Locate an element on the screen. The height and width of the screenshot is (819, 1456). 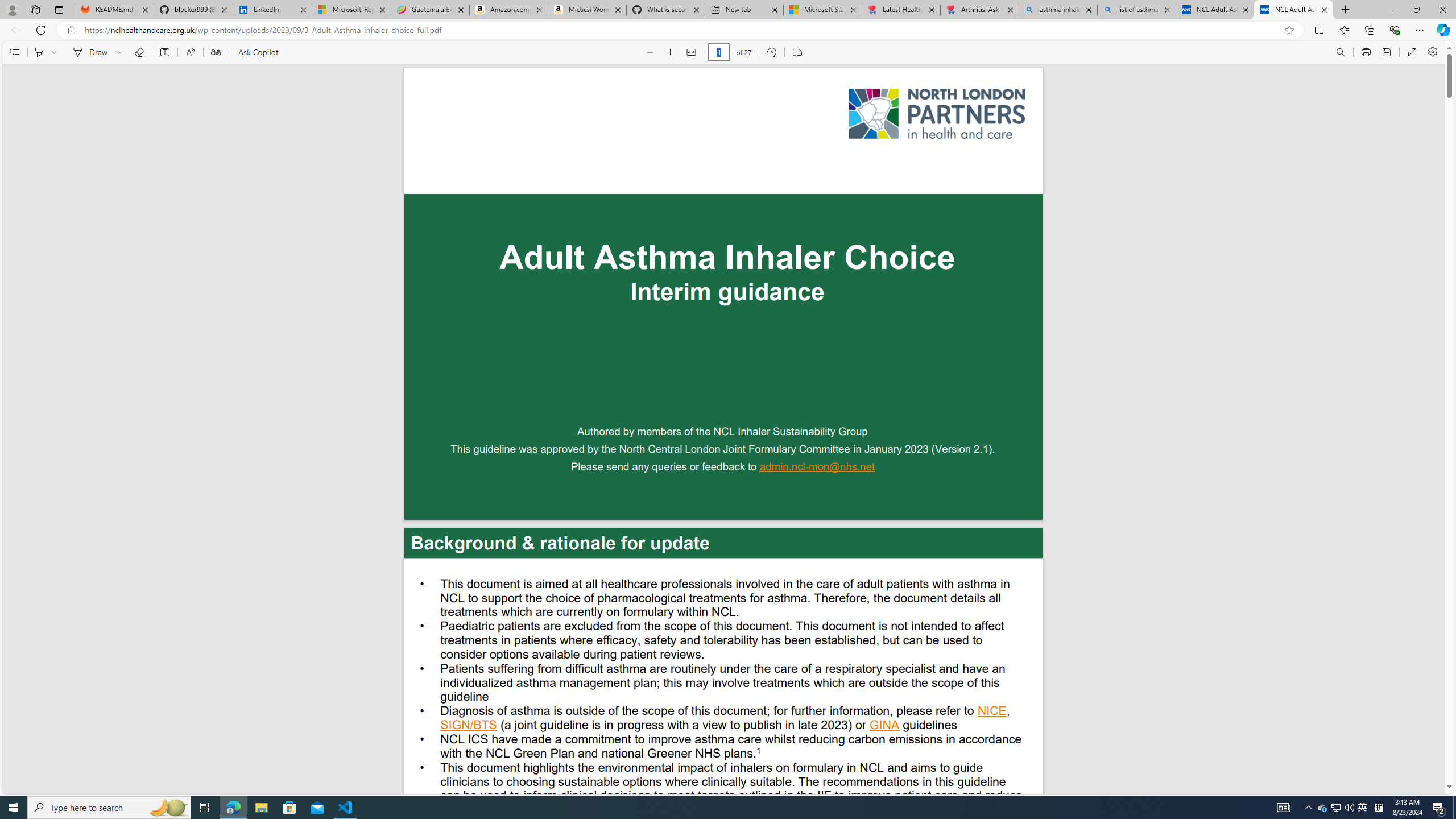
'NICE' is located at coordinates (992, 712).